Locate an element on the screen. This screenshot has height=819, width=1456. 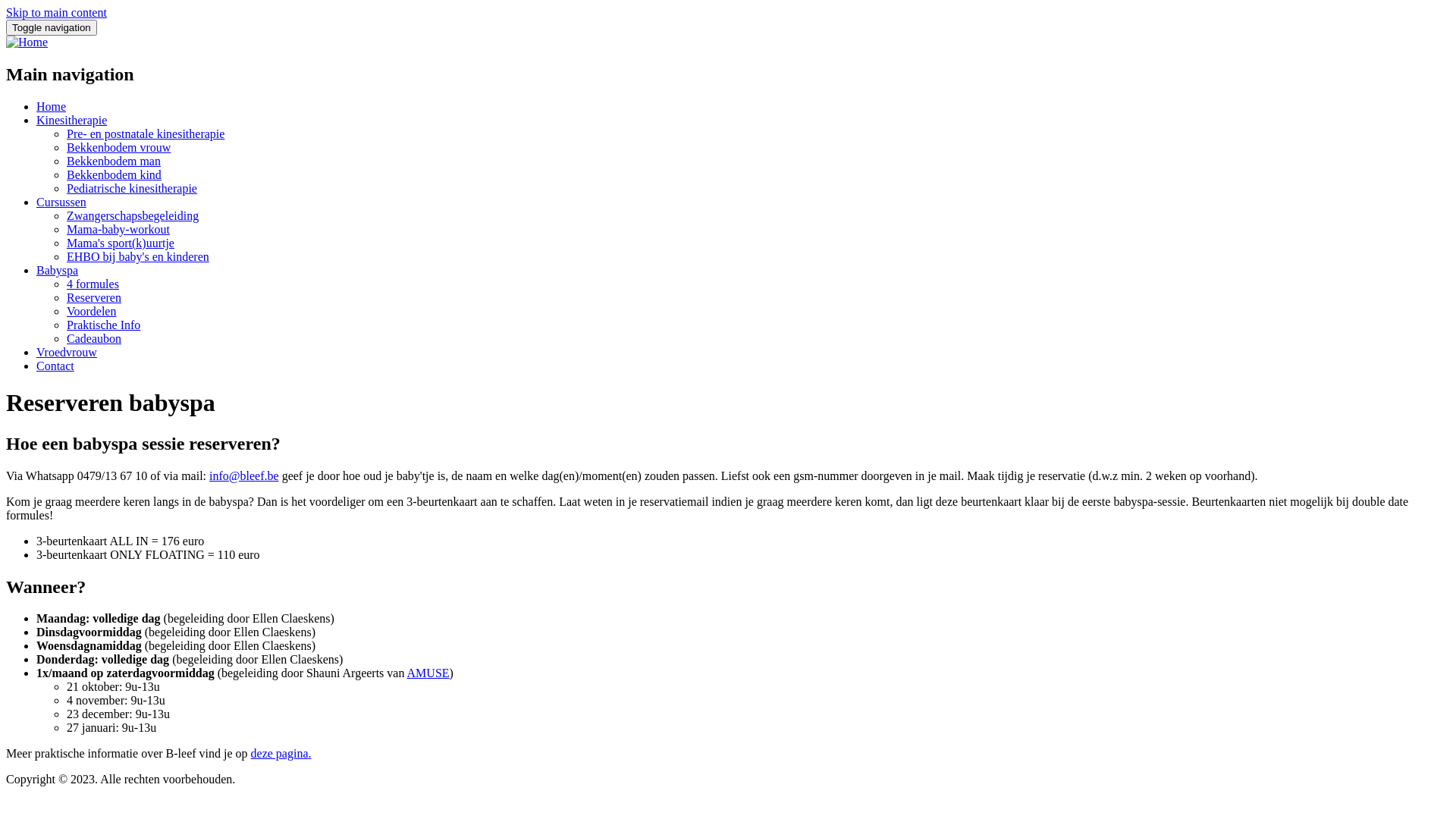
'Pediatrische kinesitherapie' is located at coordinates (131, 187).